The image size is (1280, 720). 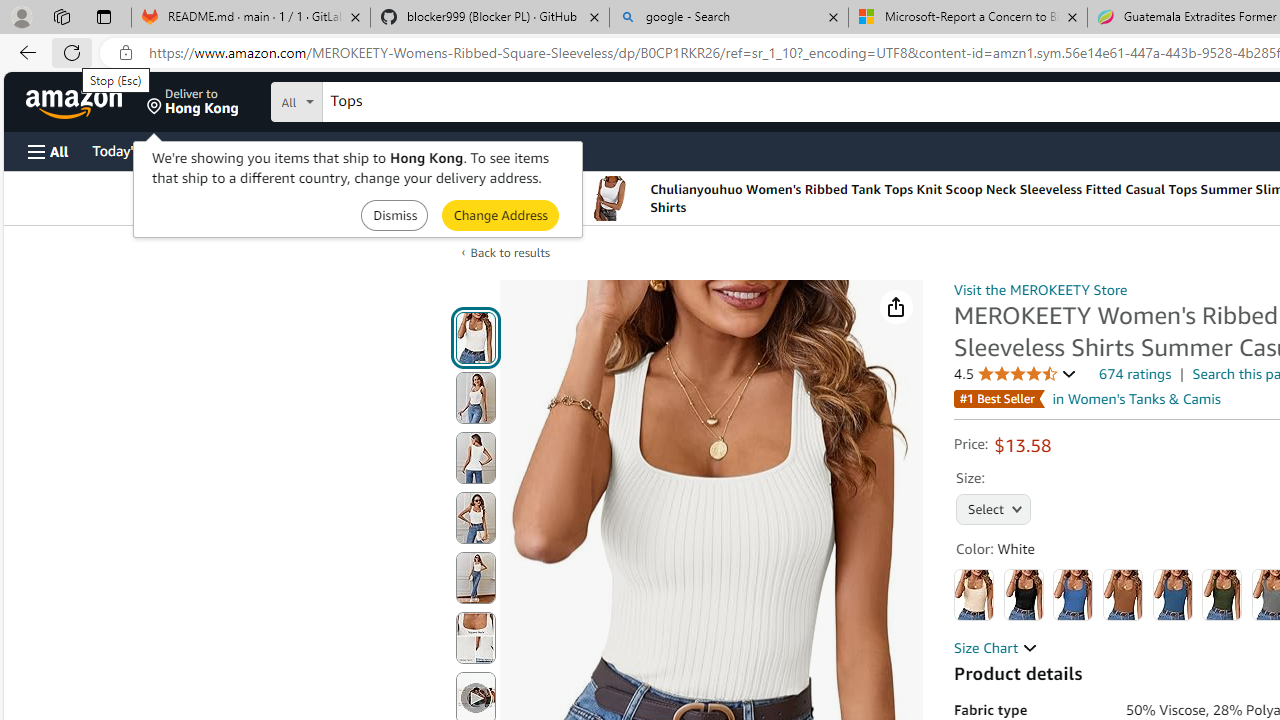 What do you see at coordinates (1072, 594) in the screenshot?
I see `'Blue'` at bounding box center [1072, 594].